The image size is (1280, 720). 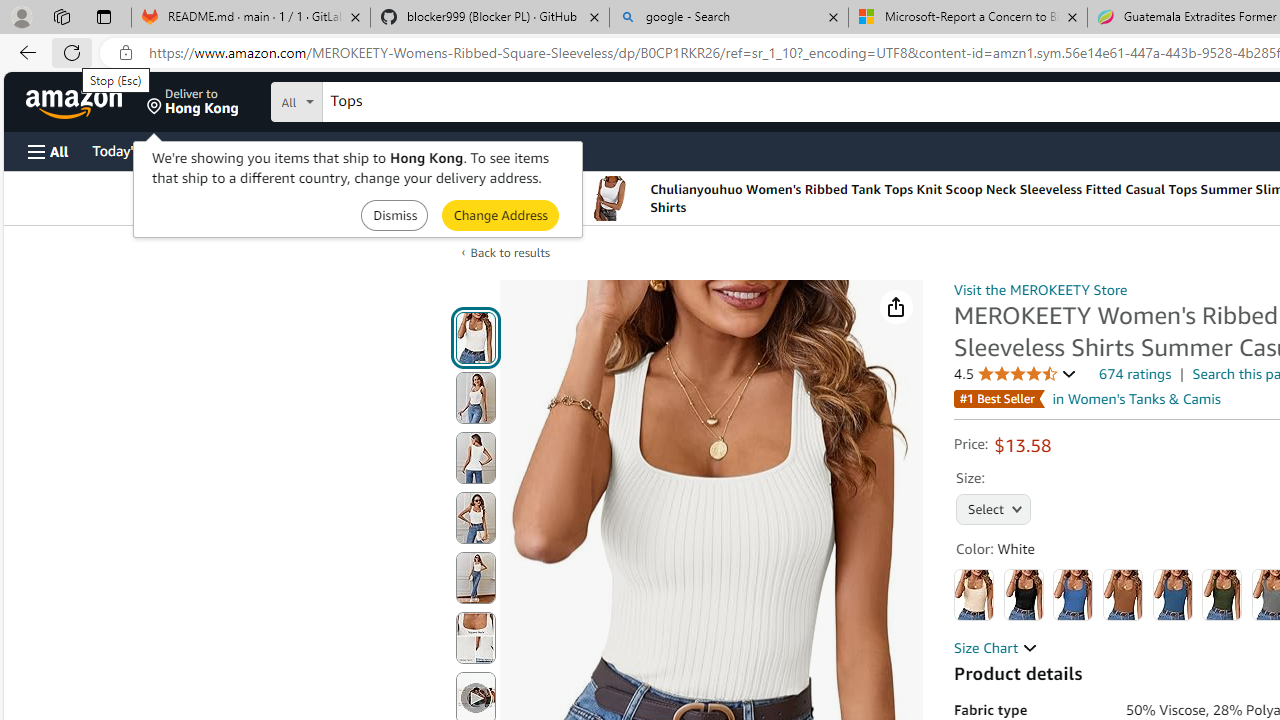 What do you see at coordinates (1072, 594) in the screenshot?
I see `'Blue'` at bounding box center [1072, 594].